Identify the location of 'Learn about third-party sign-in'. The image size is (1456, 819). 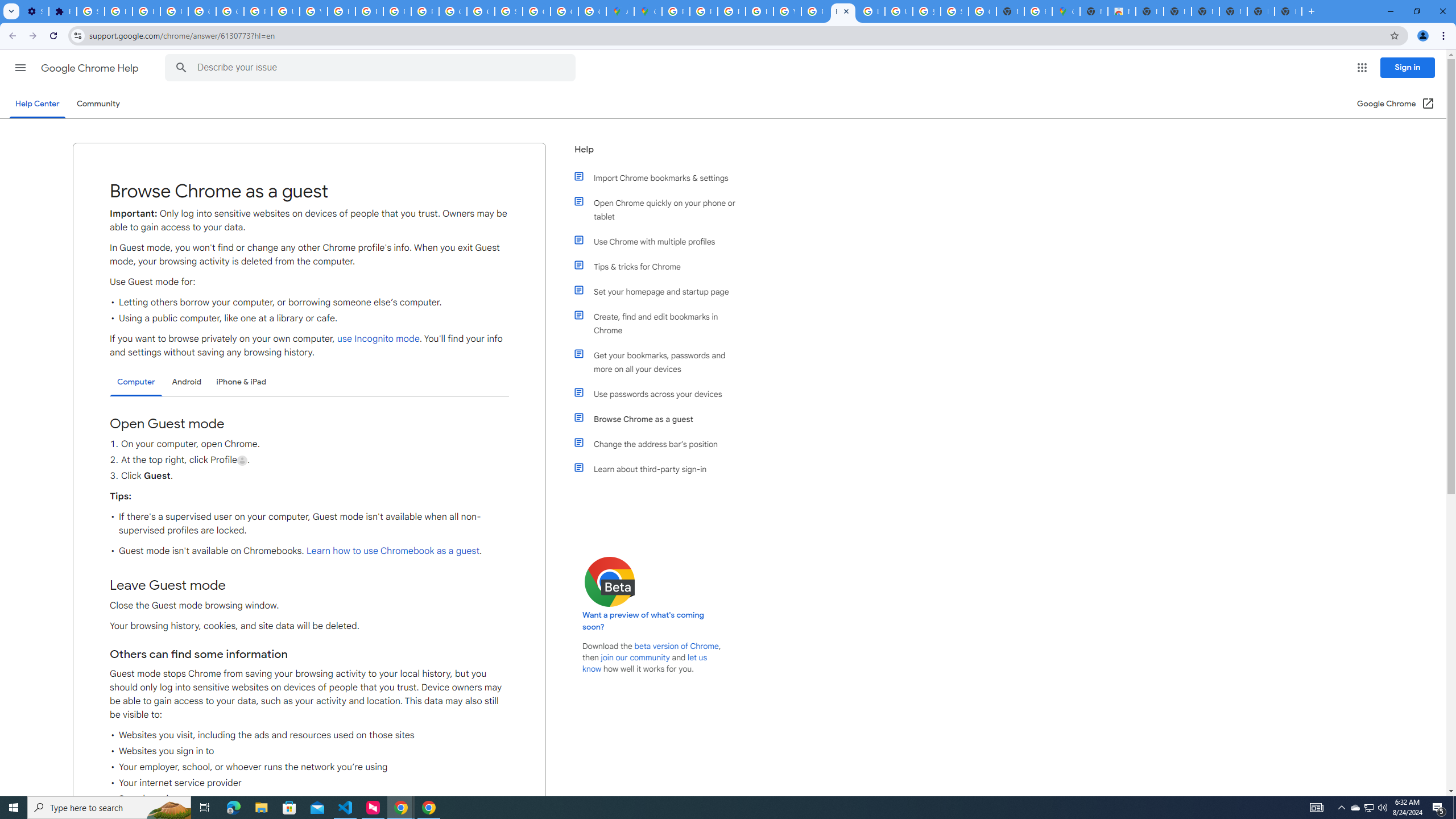
(661, 469).